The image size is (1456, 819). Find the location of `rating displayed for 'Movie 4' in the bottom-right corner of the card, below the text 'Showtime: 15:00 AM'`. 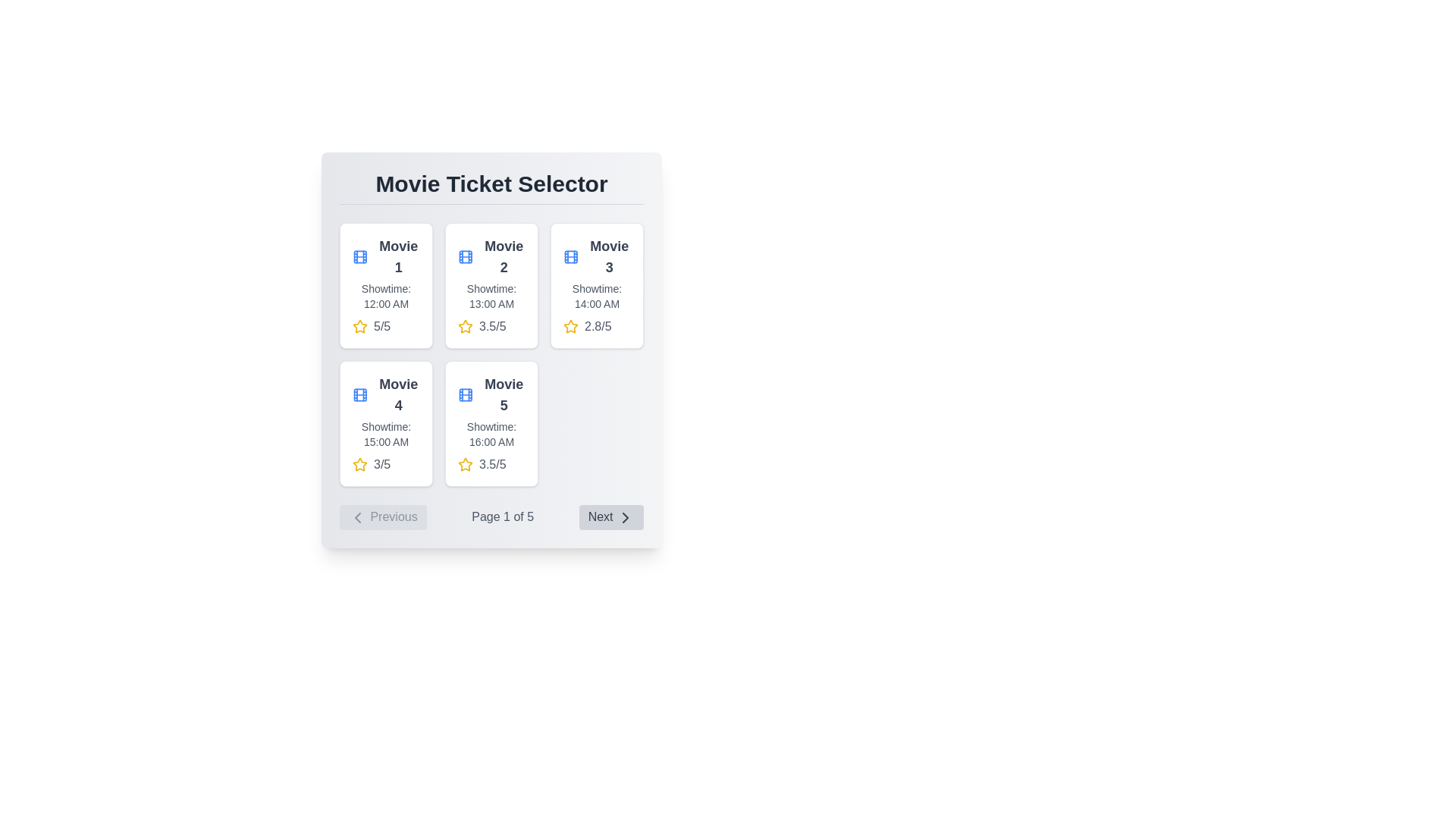

rating displayed for 'Movie 4' in the bottom-right corner of the card, below the text 'Showtime: 15:00 AM' is located at coordinates (386, 464).